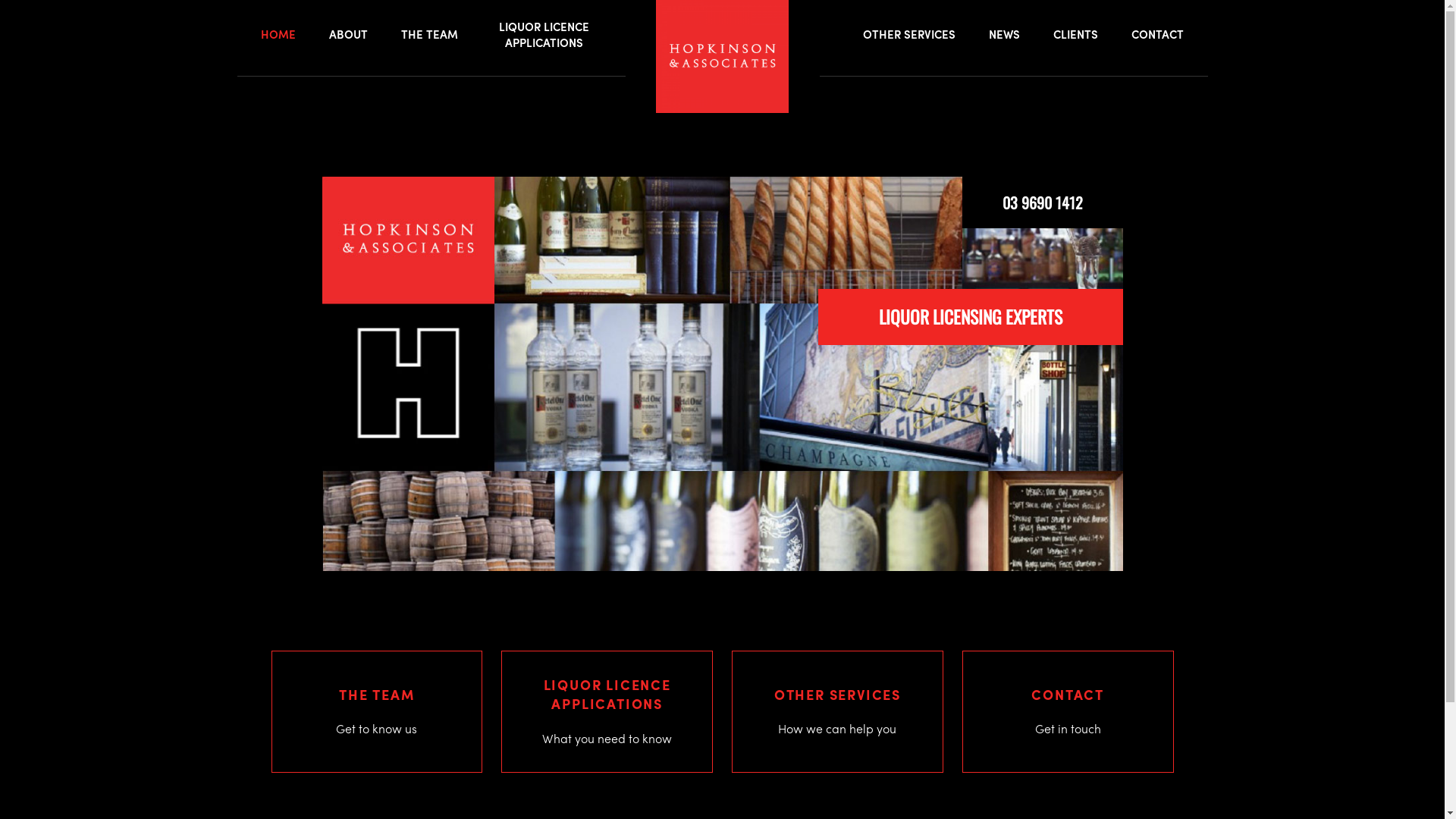 The height and width of the screenshot is (819, 1456). What do you see at coordinates (1004, 34) in the screenshot?
I see `'NEWS'` at bounding box center [1004, 34].